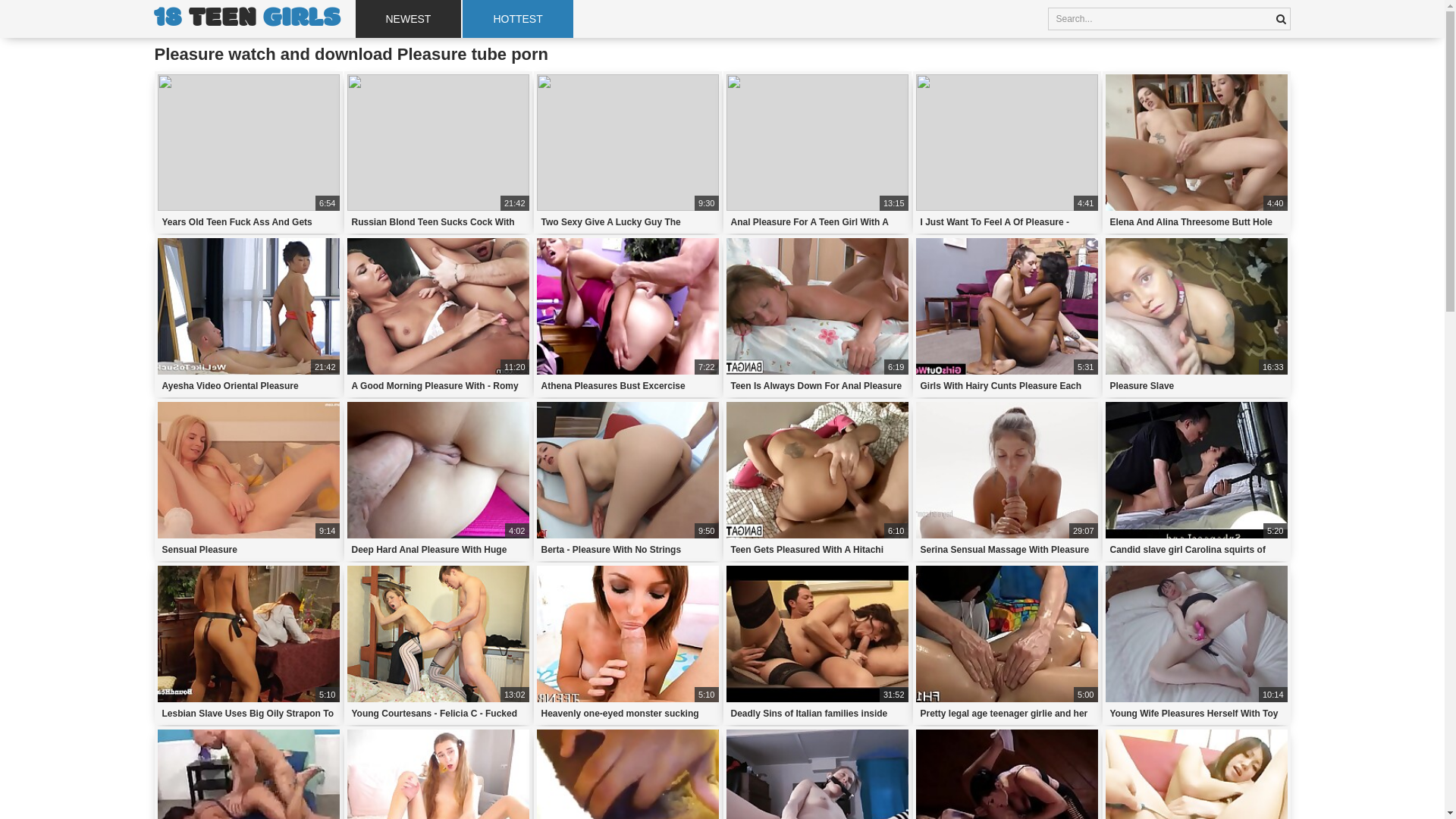  I want to click on 'HOTTEST', so click(461, 18).